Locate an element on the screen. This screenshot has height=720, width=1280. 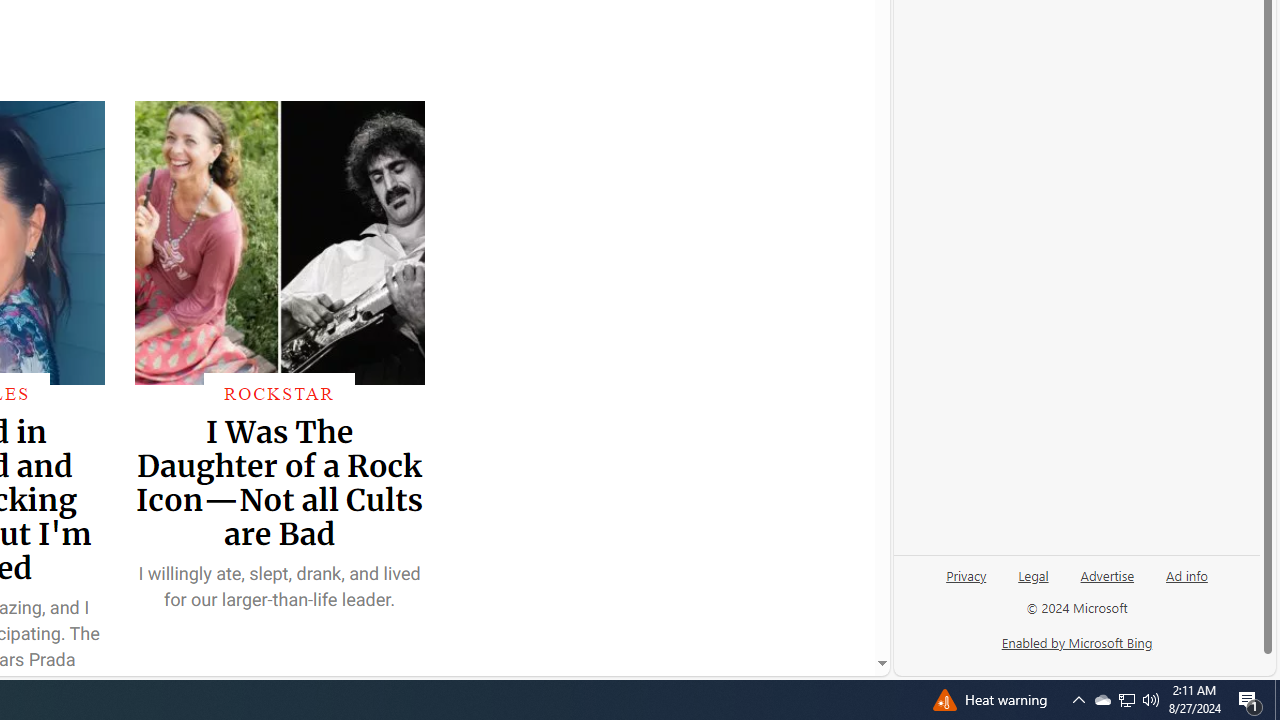
'Advertise' is located at coordinates (1106, 574).